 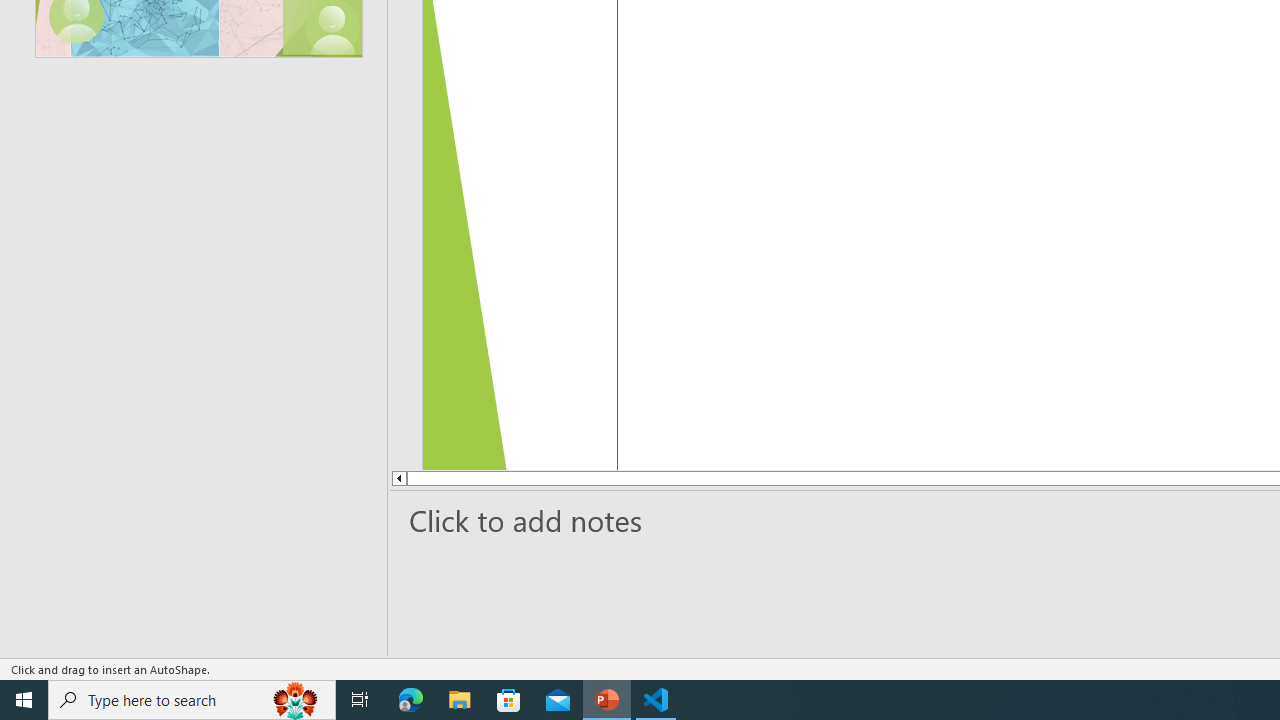 I want to click on 'Microsoft Edge', so click(x=410, y=698).